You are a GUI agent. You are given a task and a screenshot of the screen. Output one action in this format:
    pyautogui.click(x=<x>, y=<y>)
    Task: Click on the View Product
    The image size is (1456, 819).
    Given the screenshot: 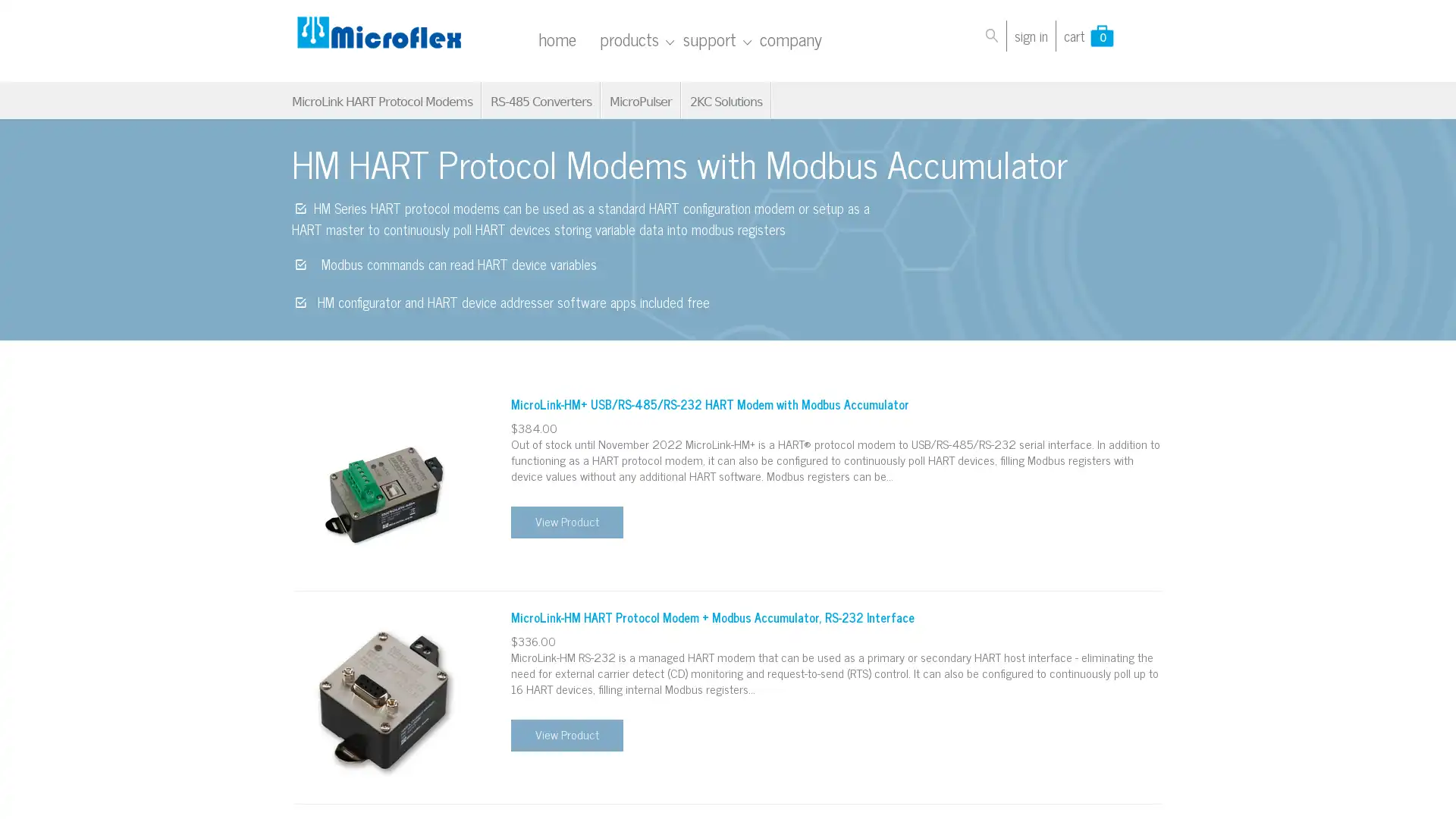 What is the action you would take?
    pyautogui.click(x=566, y=522)
    